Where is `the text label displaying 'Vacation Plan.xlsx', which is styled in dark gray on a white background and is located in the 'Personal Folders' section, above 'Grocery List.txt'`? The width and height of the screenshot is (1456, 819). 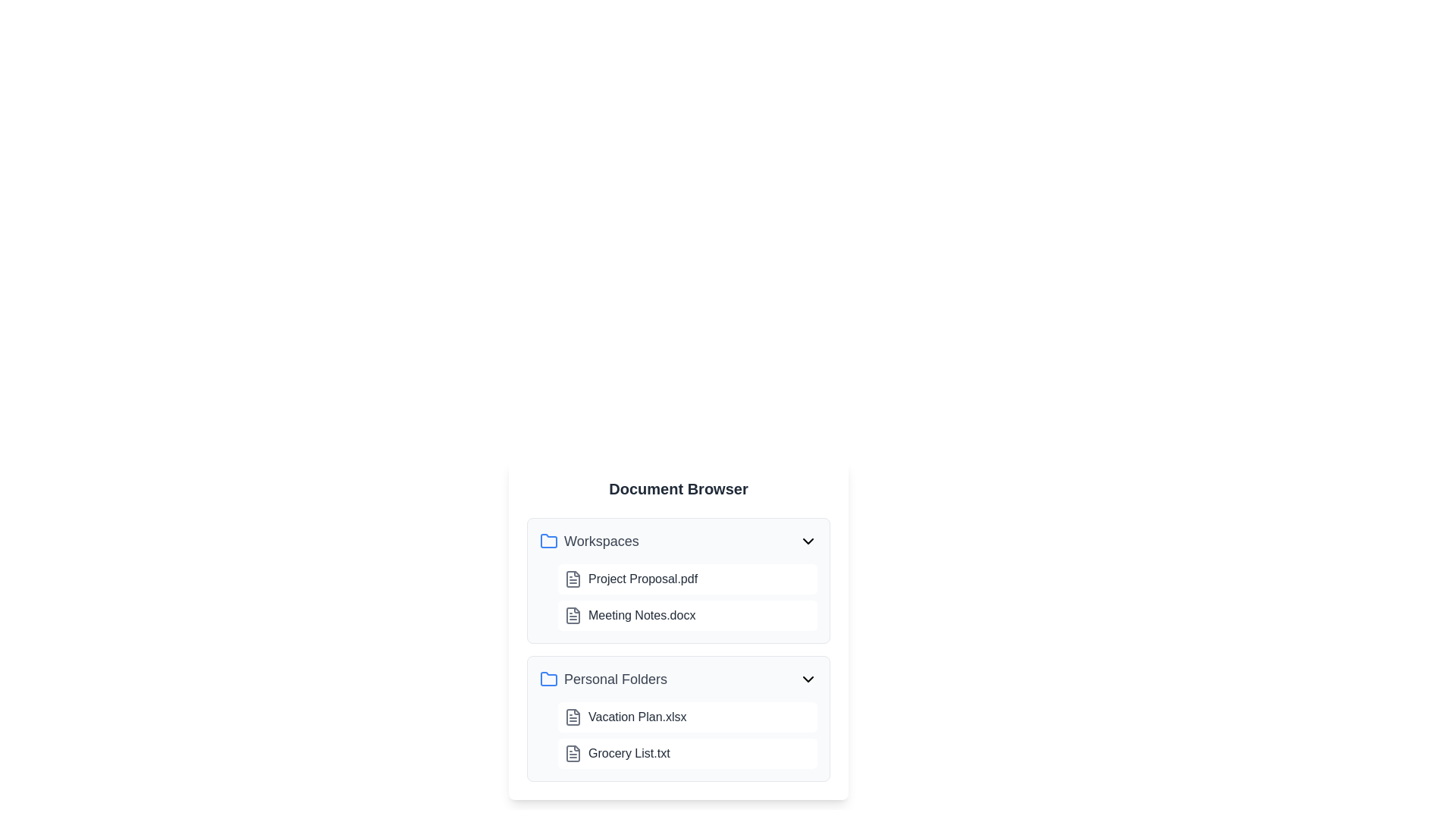
the text label displaying 'Vacation Plan.xlsx', which is styled in dark gray on a white background and is located in the 'Personal Folders' section, above 'Grocery List.txt' is located at coordinates (637, 717).